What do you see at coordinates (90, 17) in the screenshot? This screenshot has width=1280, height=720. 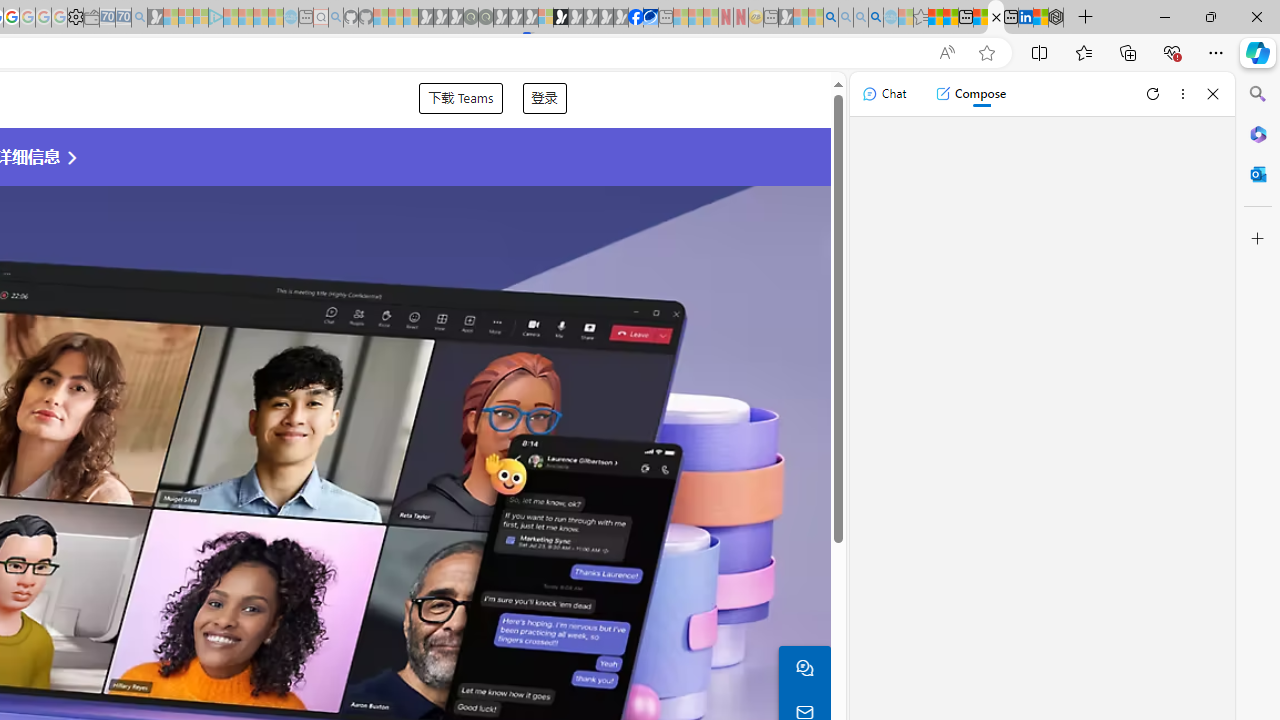 I see `'Wallet - Sleeping'` at bounding box center [90, 17].